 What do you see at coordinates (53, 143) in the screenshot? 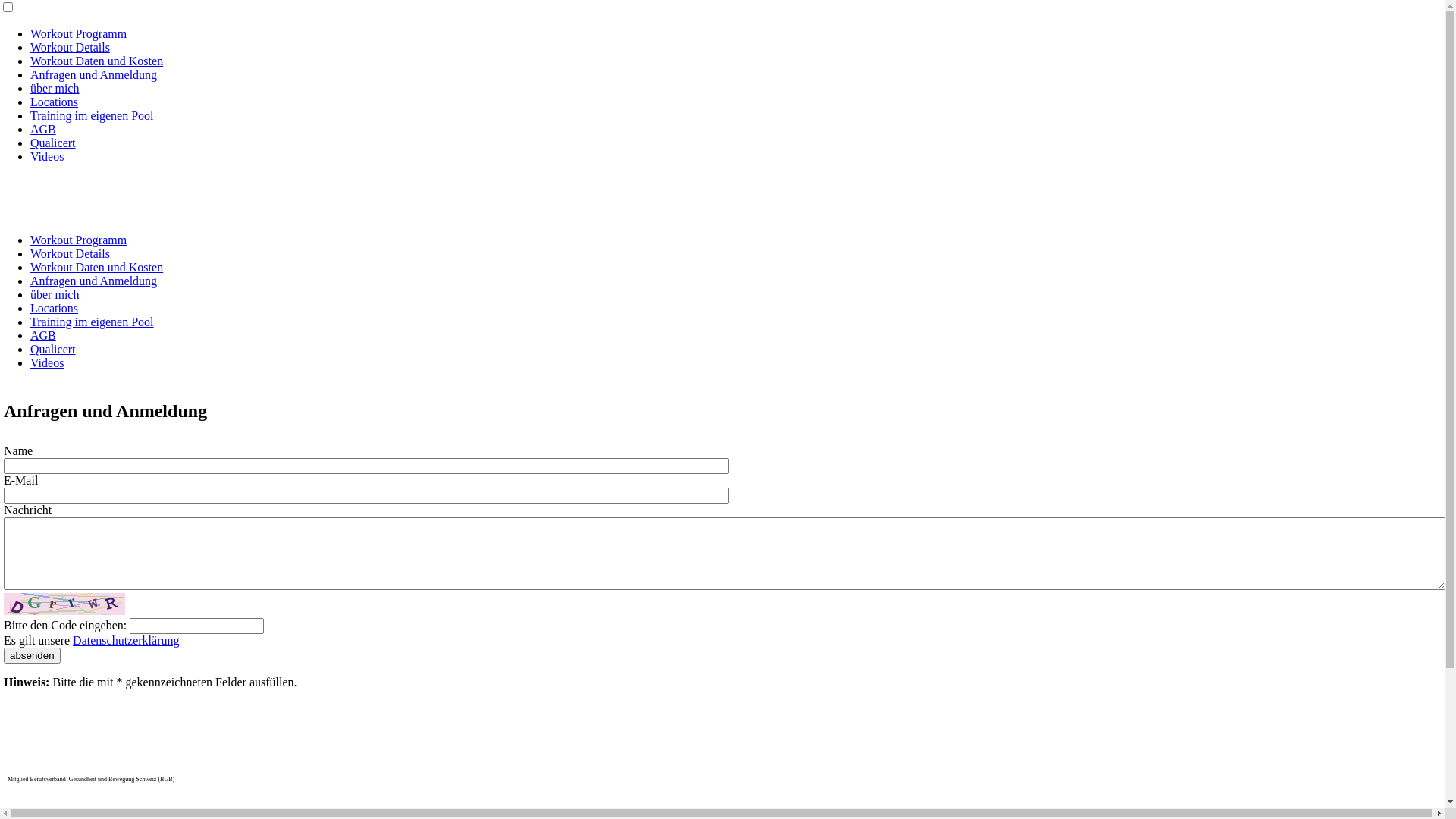
I see `'Qualicert'` at bounding box center [53, 143].